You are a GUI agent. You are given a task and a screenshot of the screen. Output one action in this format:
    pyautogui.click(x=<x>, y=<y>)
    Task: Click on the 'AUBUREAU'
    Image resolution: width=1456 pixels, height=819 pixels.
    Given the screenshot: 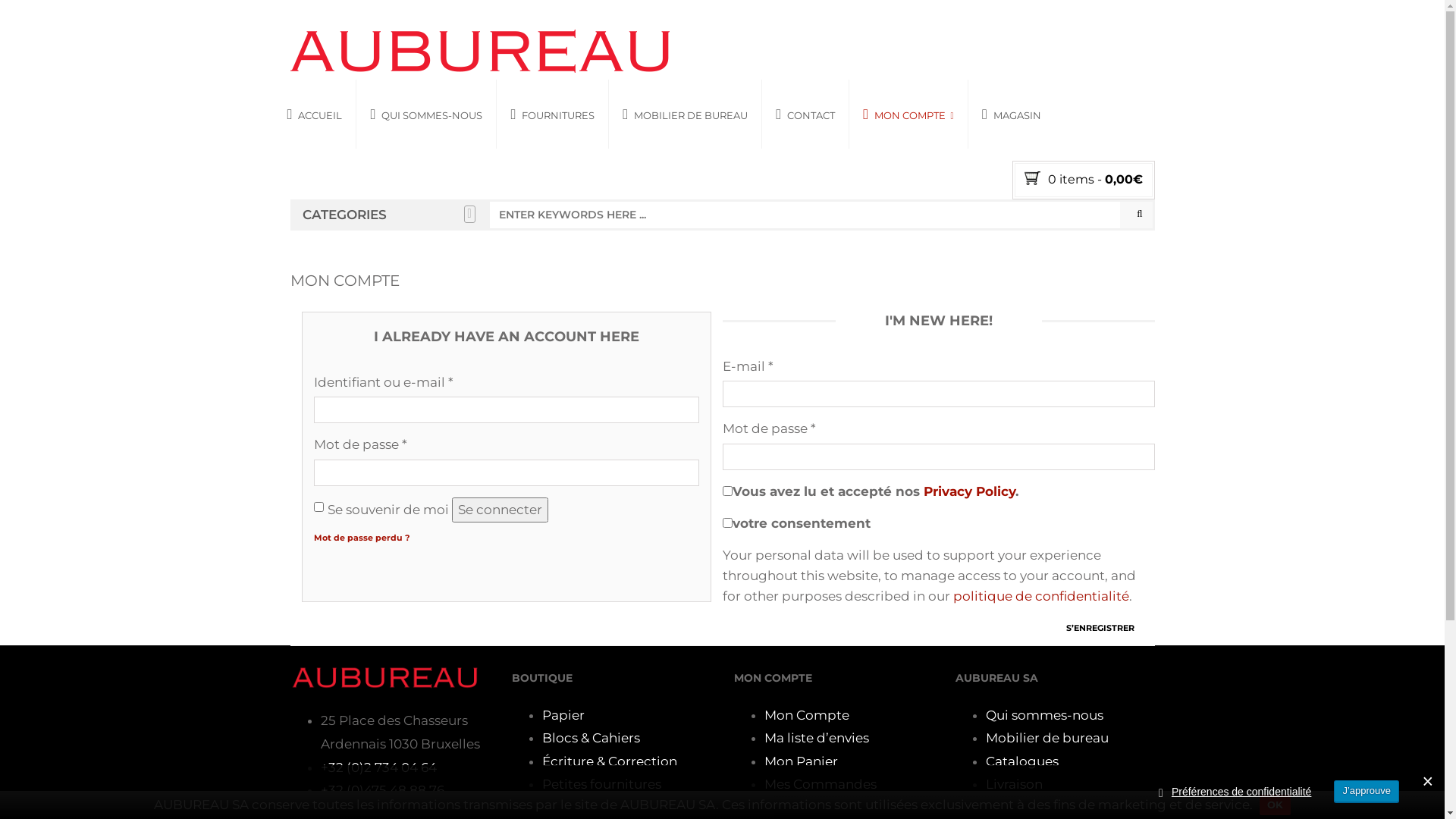 What is the action you would take?
    pyautogui.click(x=479, y=50)
    